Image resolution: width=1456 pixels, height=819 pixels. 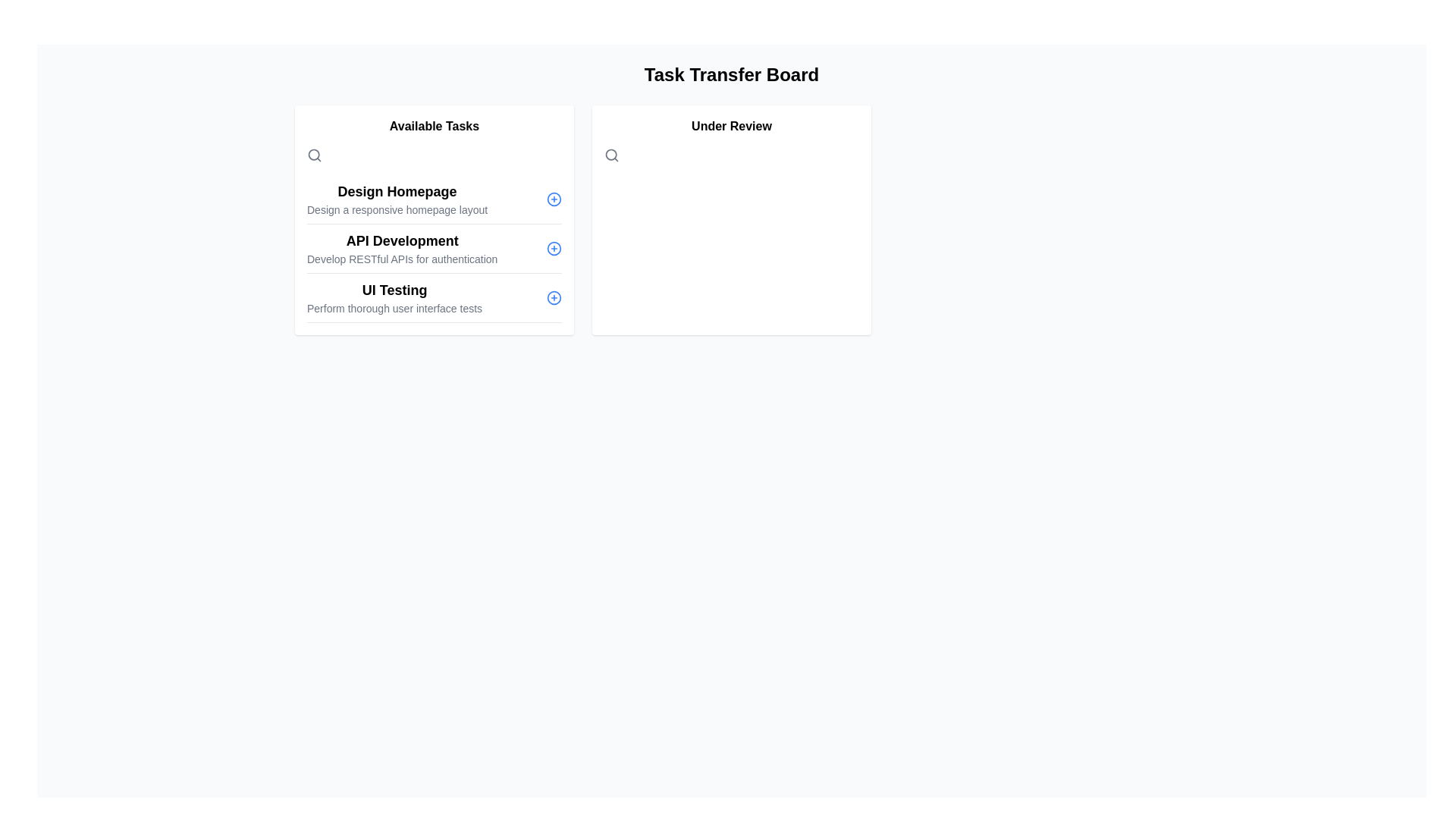 I want to click on the 'Under Review' text label which indicates the current category of items or tasks in the card under the 'Task Transfer Board', so click(x=731, y=125).